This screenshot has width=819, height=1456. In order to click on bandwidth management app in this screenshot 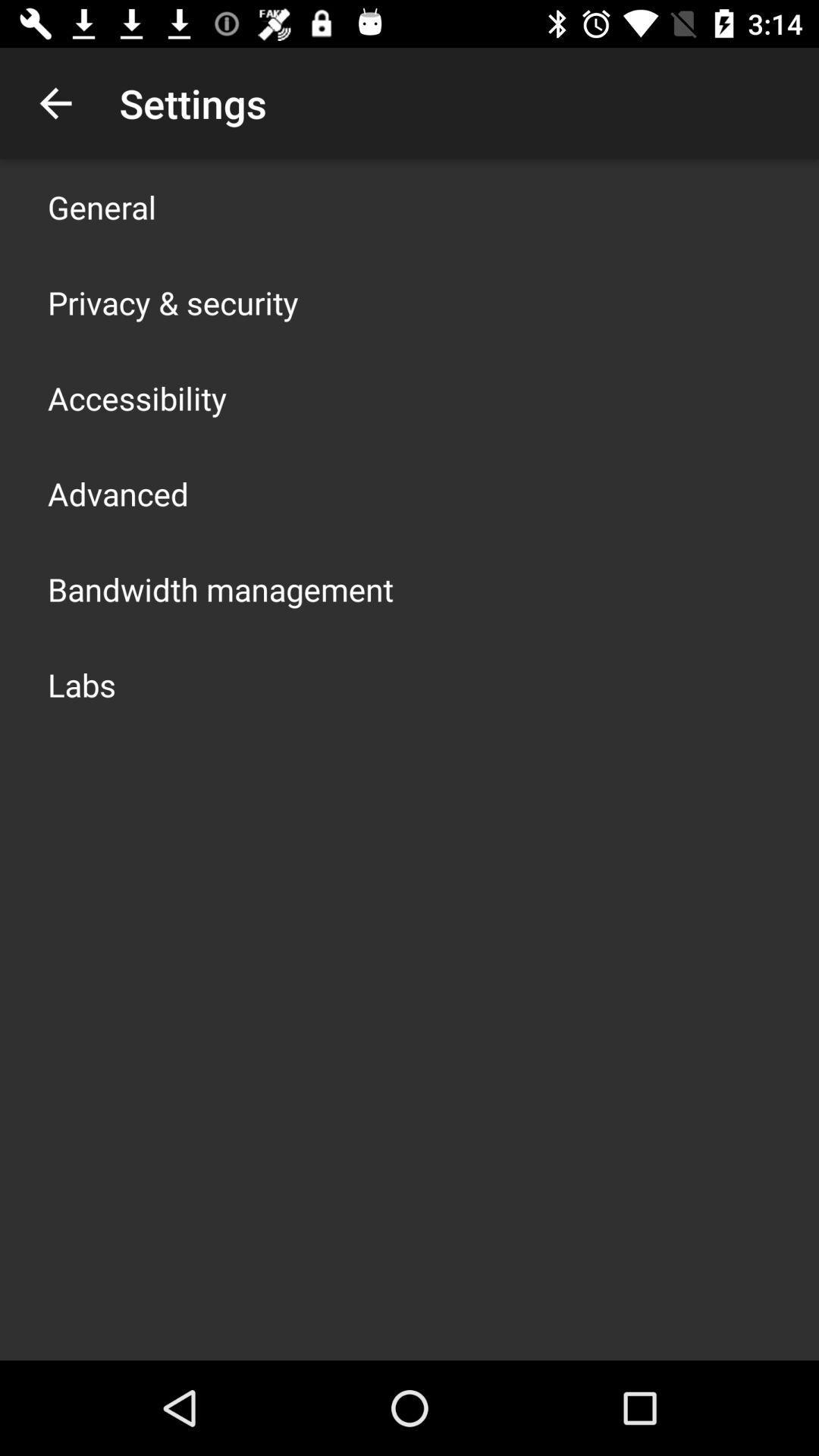, I will do `click(220, 588)`.